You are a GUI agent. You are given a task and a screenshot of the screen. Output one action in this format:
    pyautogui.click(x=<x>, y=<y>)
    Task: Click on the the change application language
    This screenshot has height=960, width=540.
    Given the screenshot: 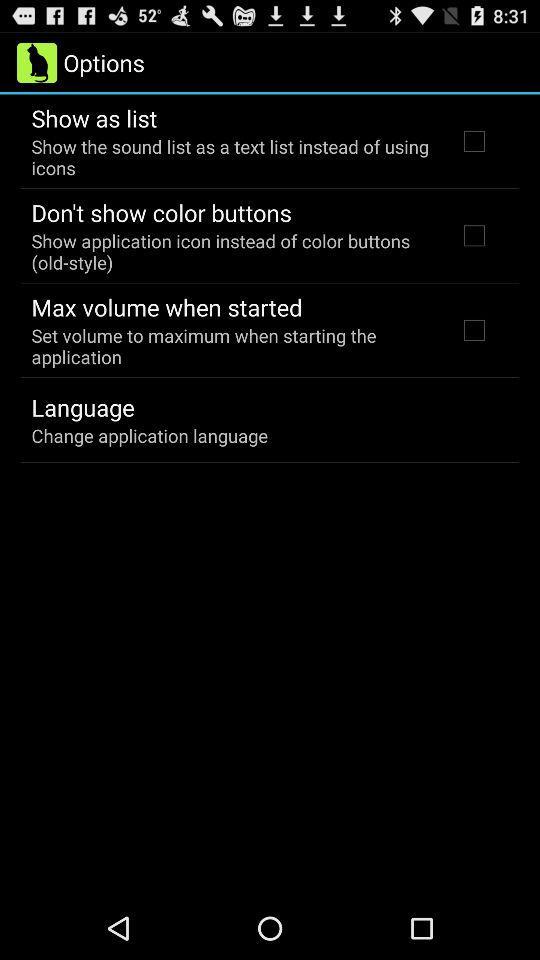 What is the action you would take?
    pyautogui.click(x=148, y=435)
    